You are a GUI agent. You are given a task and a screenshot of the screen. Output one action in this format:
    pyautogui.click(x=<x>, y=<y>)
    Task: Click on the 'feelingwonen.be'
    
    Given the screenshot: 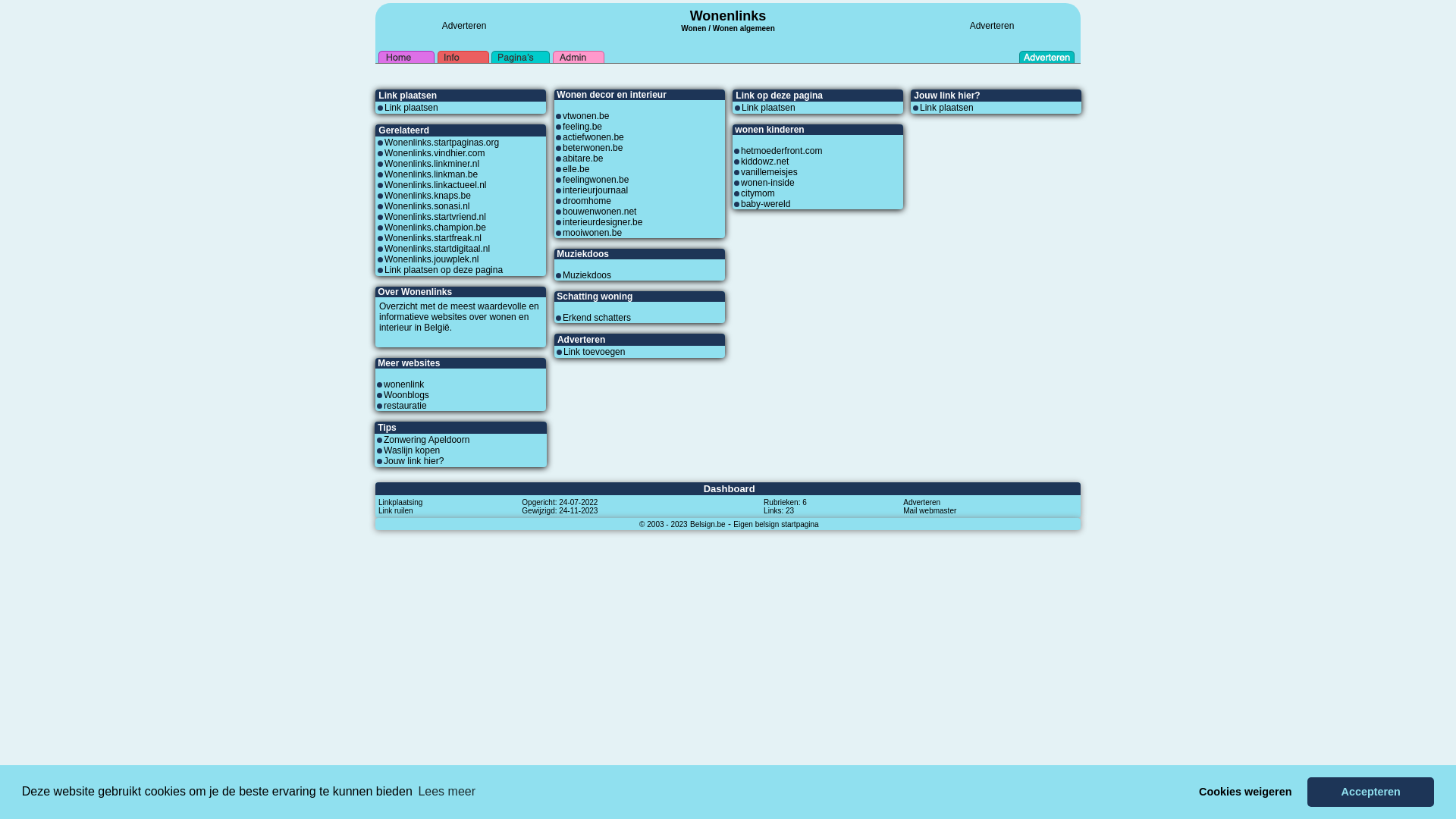 What is the action you would take?
    pyautogui.click(x=562, y=178)
    